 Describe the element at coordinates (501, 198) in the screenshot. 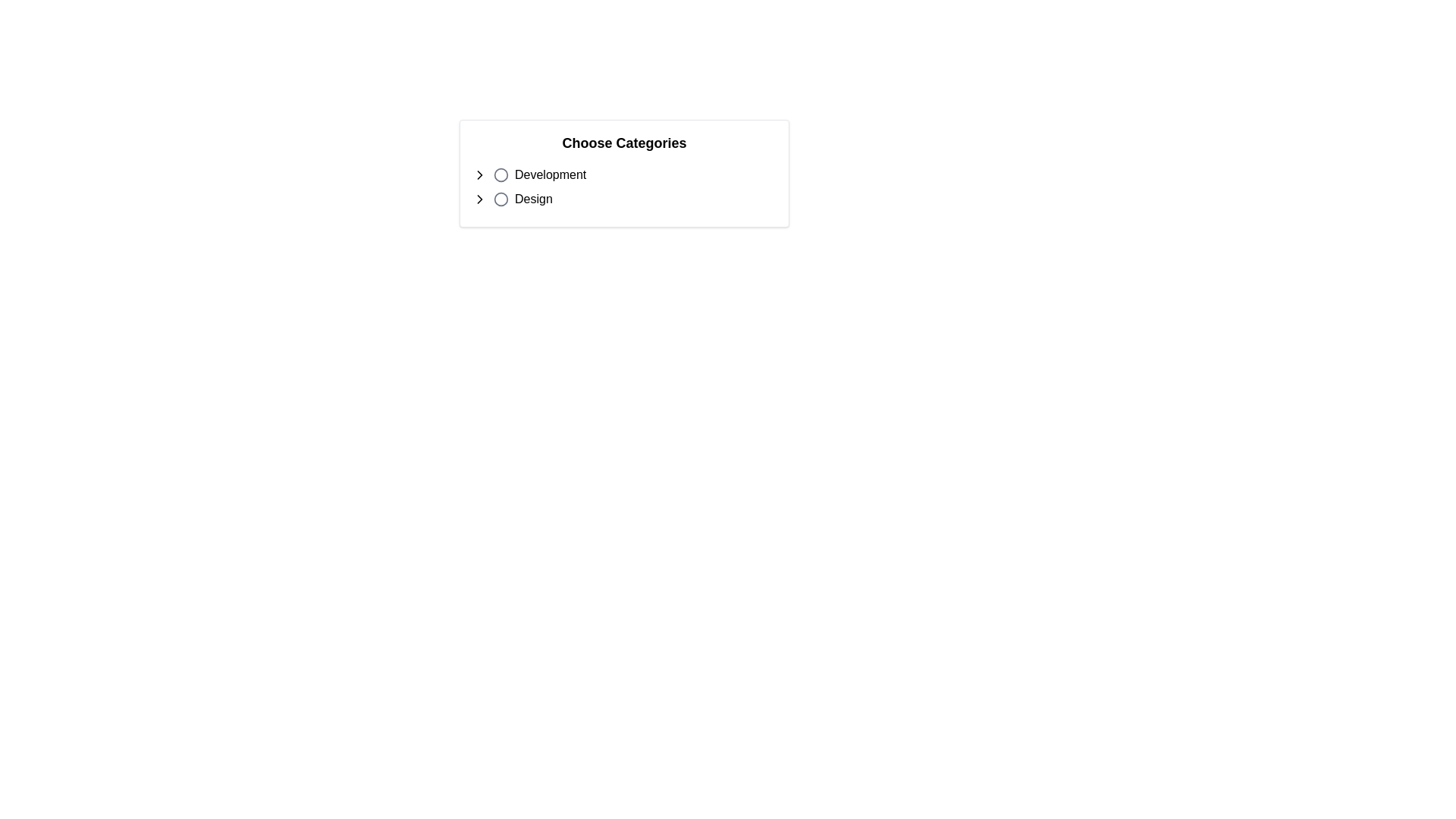

I see `the circular button with a gray outline and light background located next to the text 'Design'` at that location.